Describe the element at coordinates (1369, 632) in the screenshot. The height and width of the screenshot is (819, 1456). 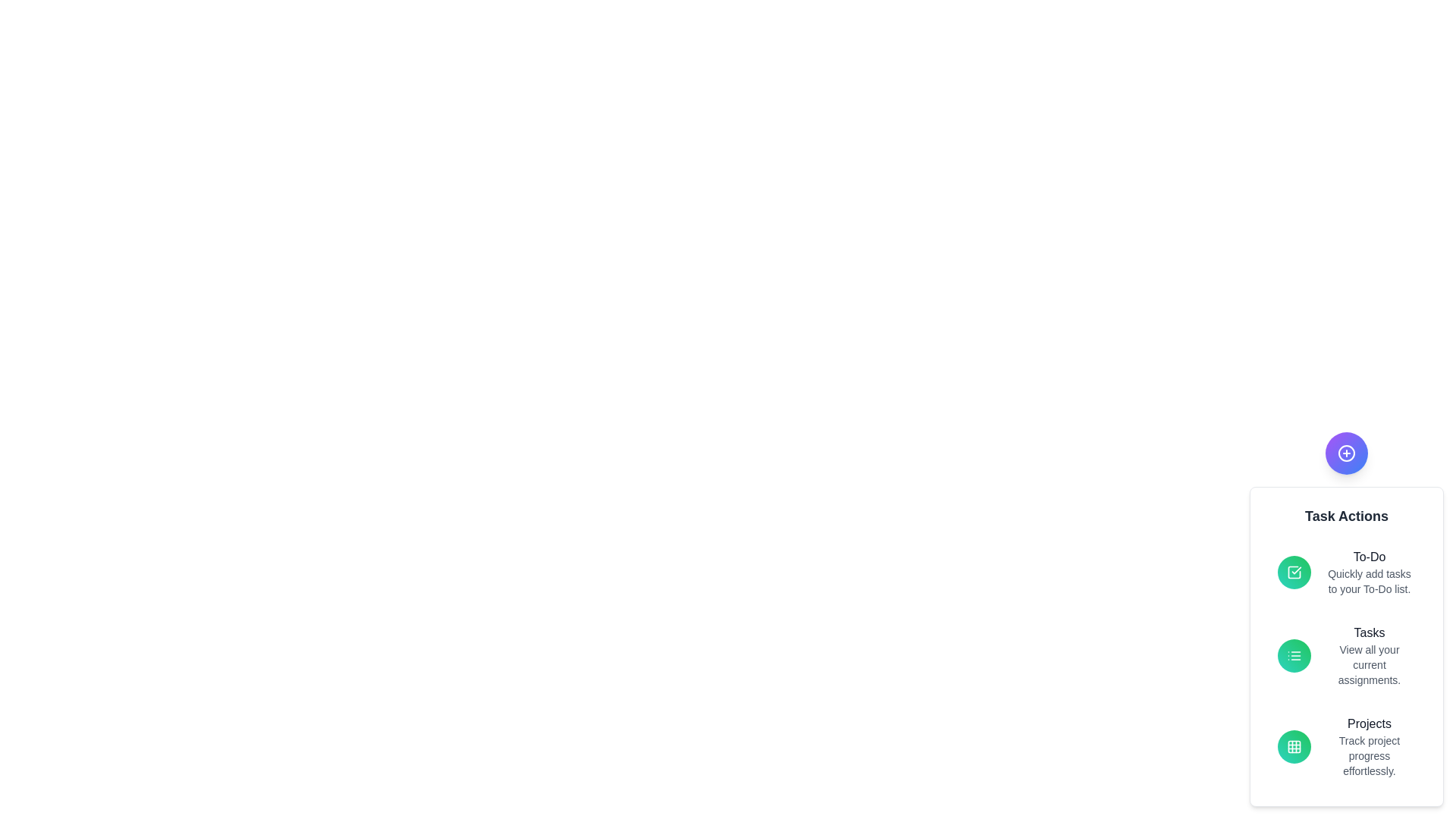
I see `the action Tasks from the Task Actions menu` at that location.